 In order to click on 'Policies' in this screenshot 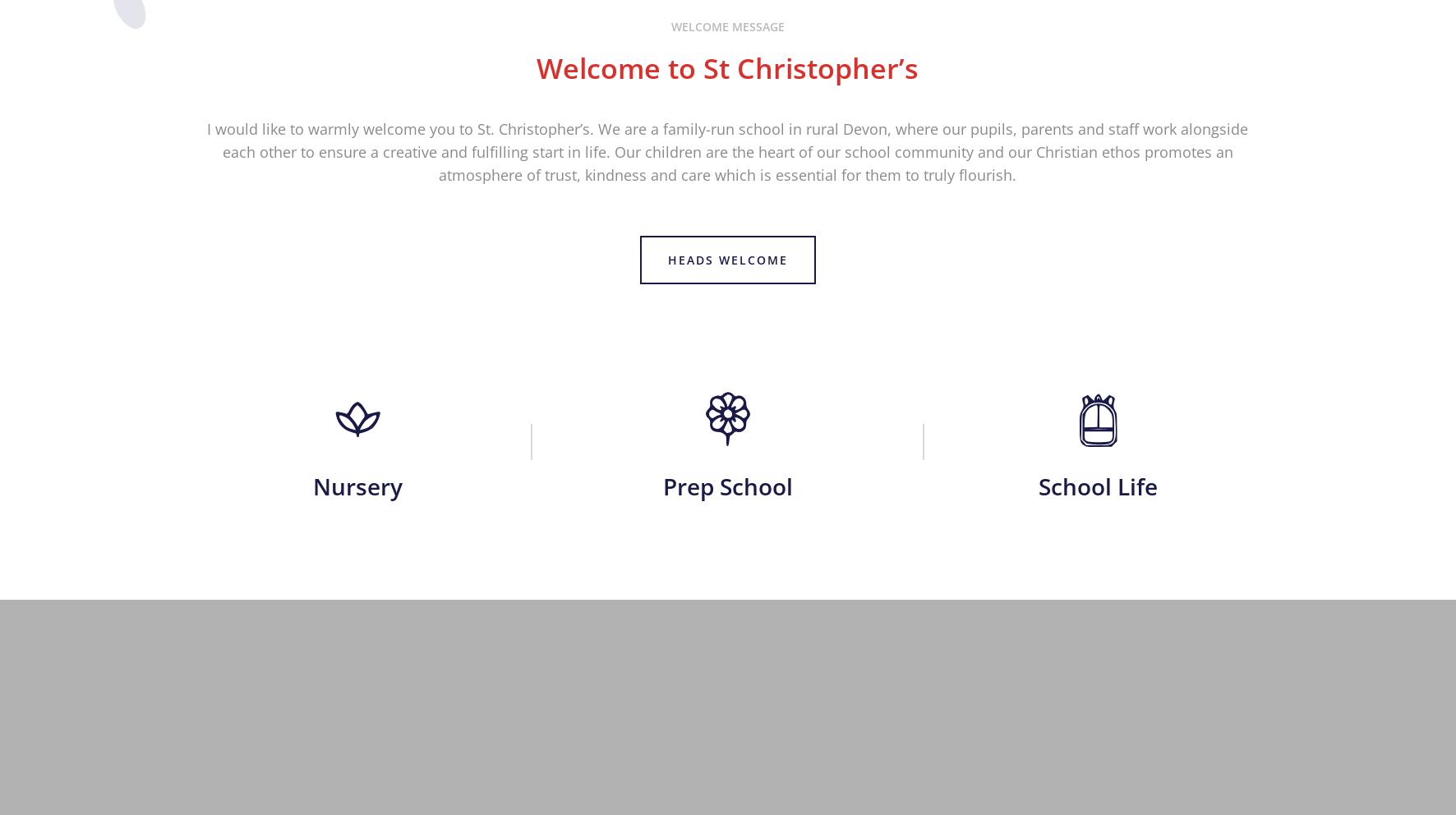, I will do `click(724, 794)`.